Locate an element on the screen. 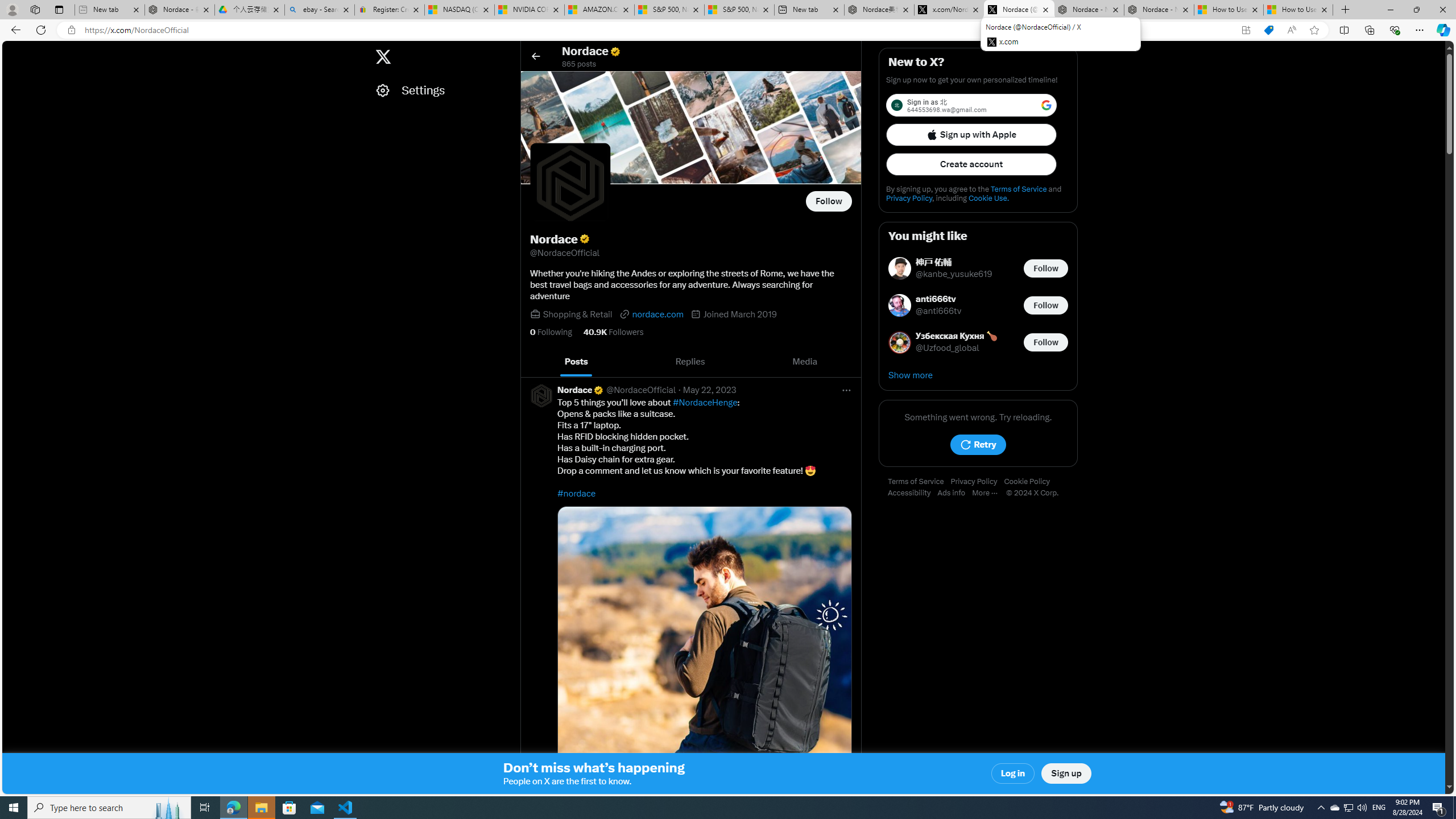  'Media' is located at coordinates (804, 361).